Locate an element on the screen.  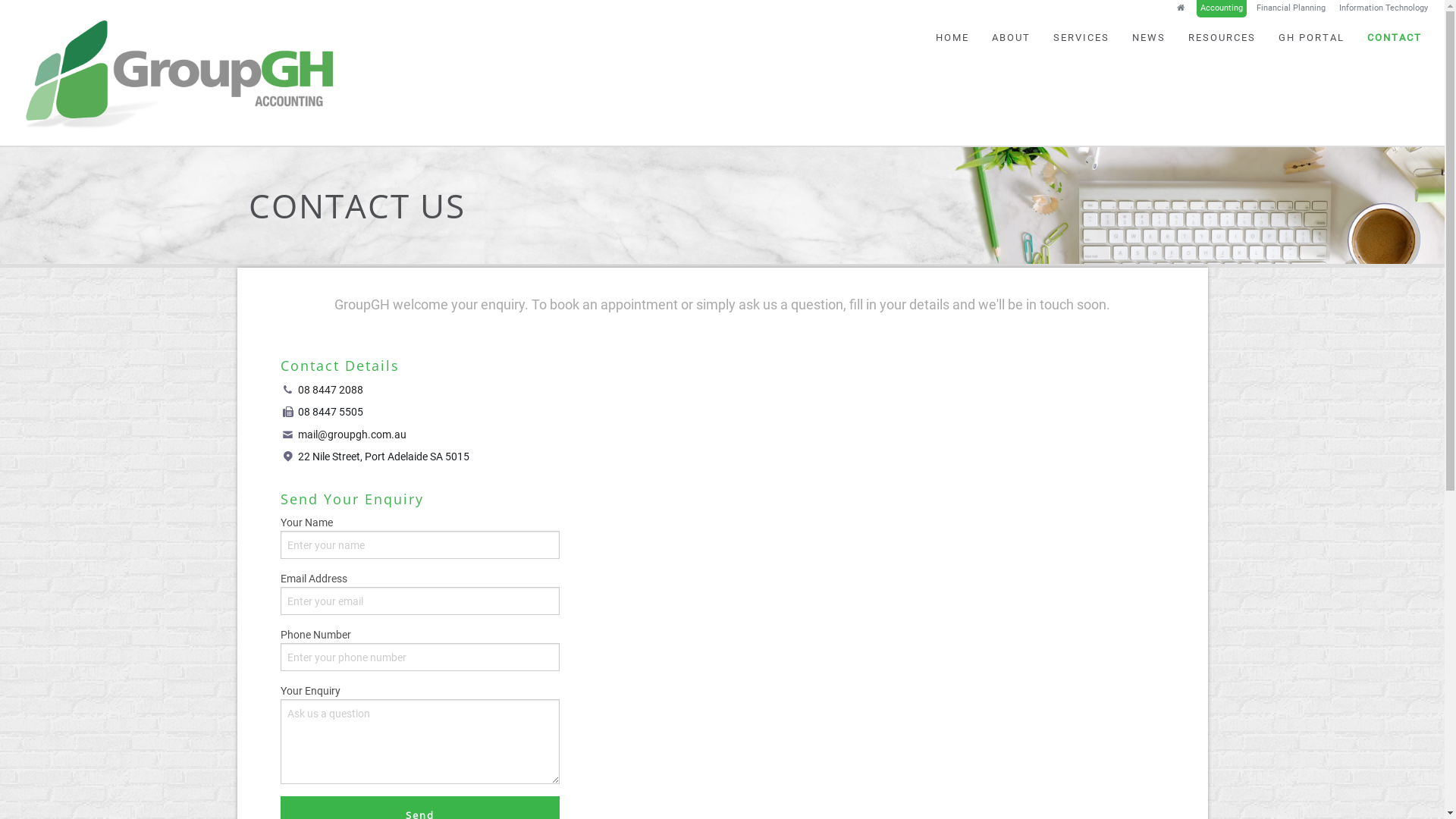
'ABOUT' is located at coordinates (1011, 36).